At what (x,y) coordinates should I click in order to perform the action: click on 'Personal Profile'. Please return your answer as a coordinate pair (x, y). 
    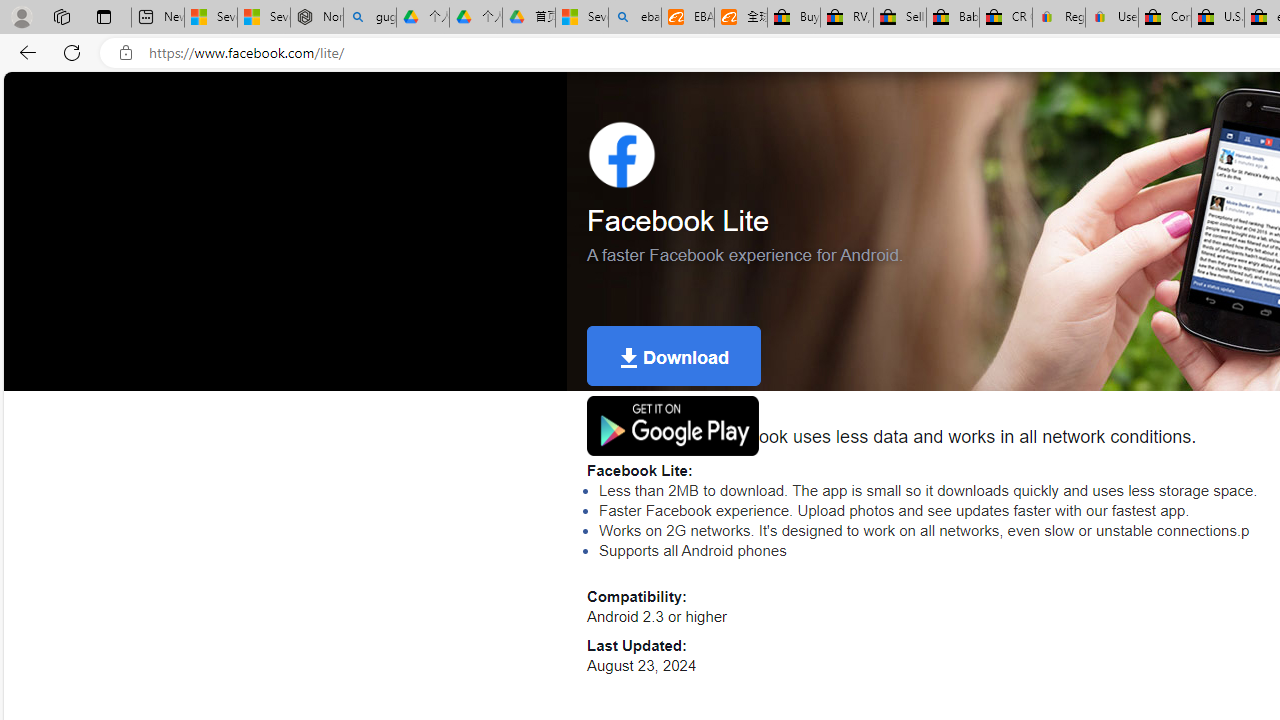
    Looking at the image, I should click on (21, 16).